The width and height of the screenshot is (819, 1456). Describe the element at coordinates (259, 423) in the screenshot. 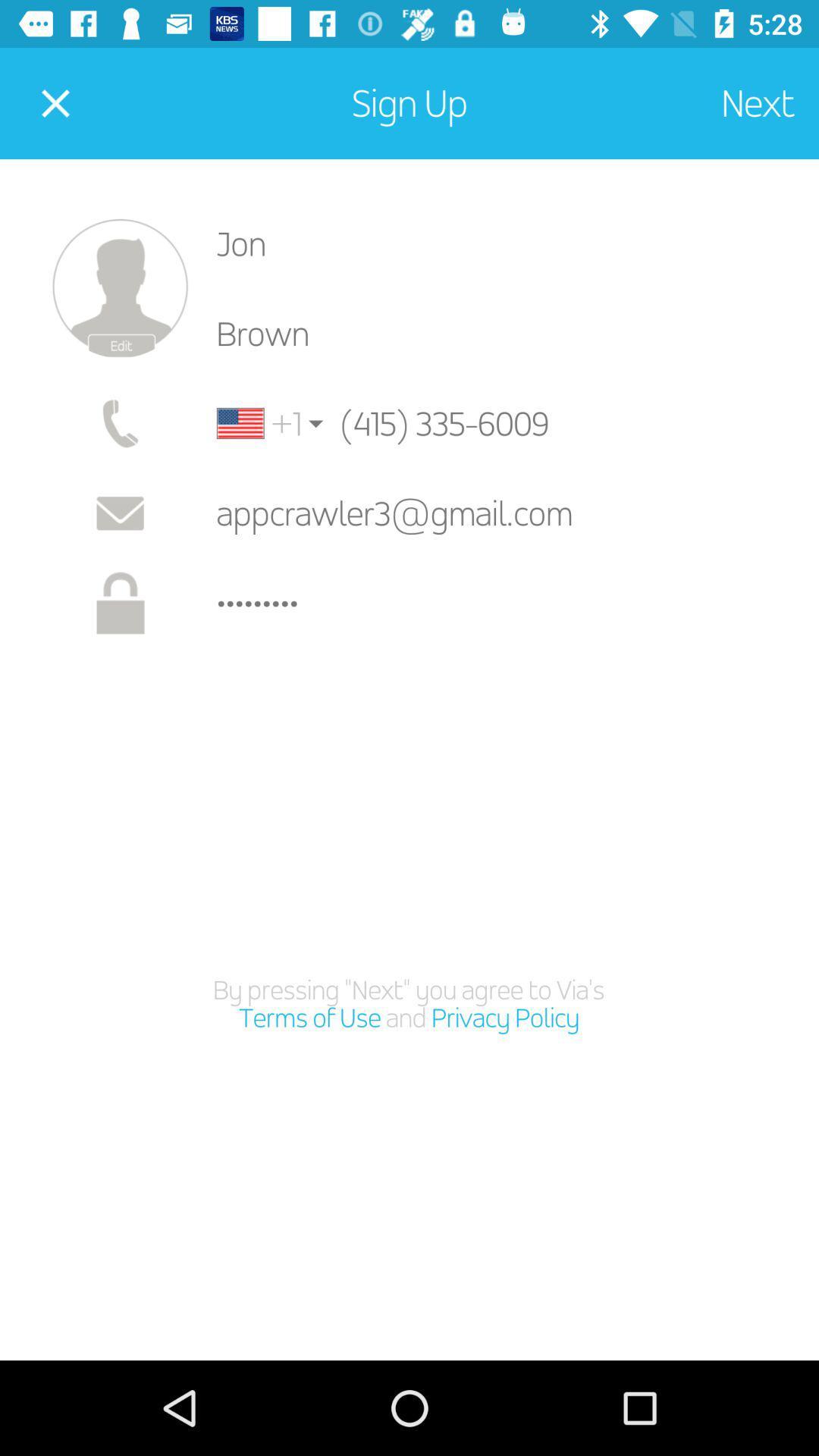

I see `the +1 icon` at that location.